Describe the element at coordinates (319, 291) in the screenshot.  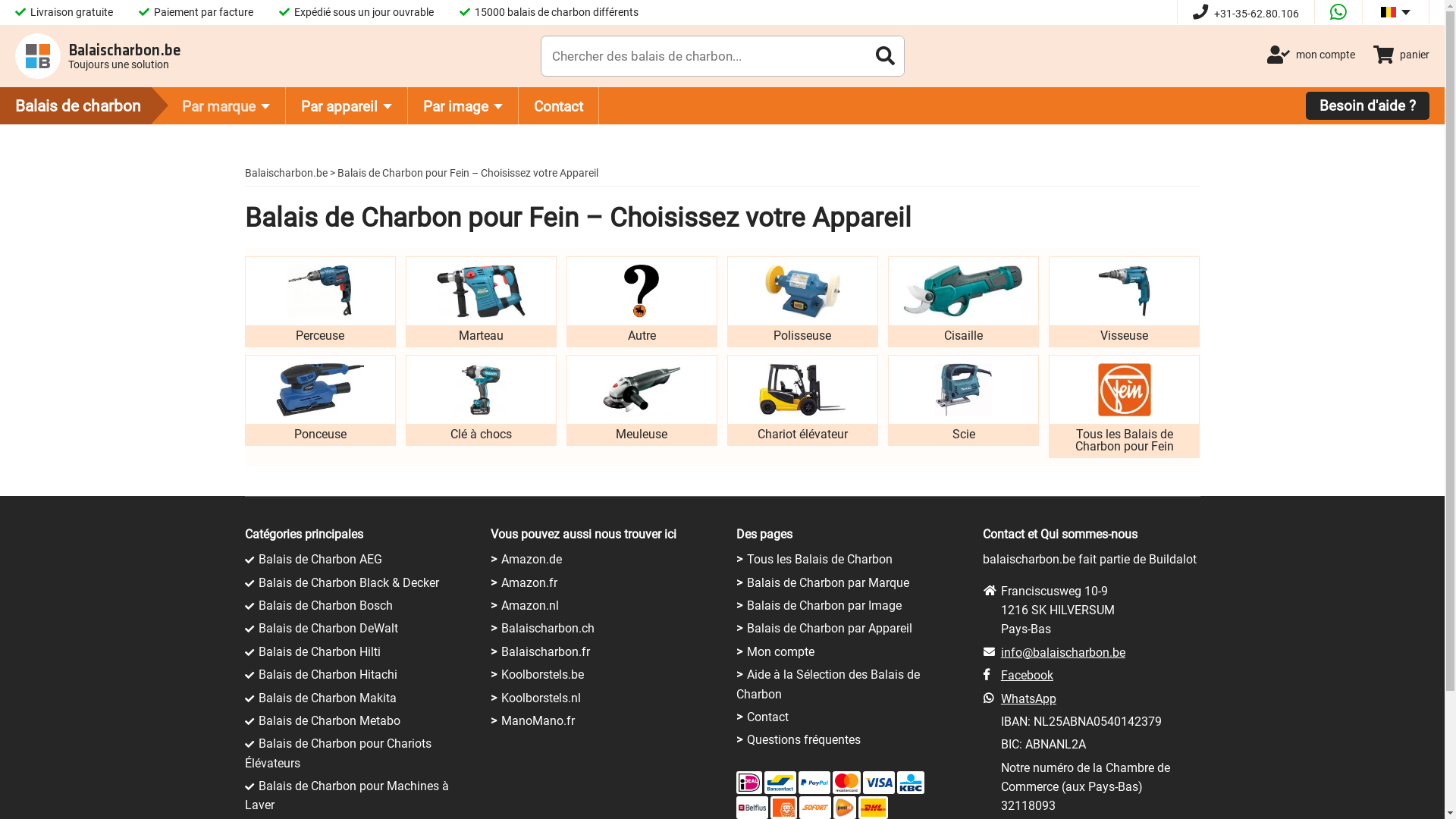
I see `'perceuse'` at that location.